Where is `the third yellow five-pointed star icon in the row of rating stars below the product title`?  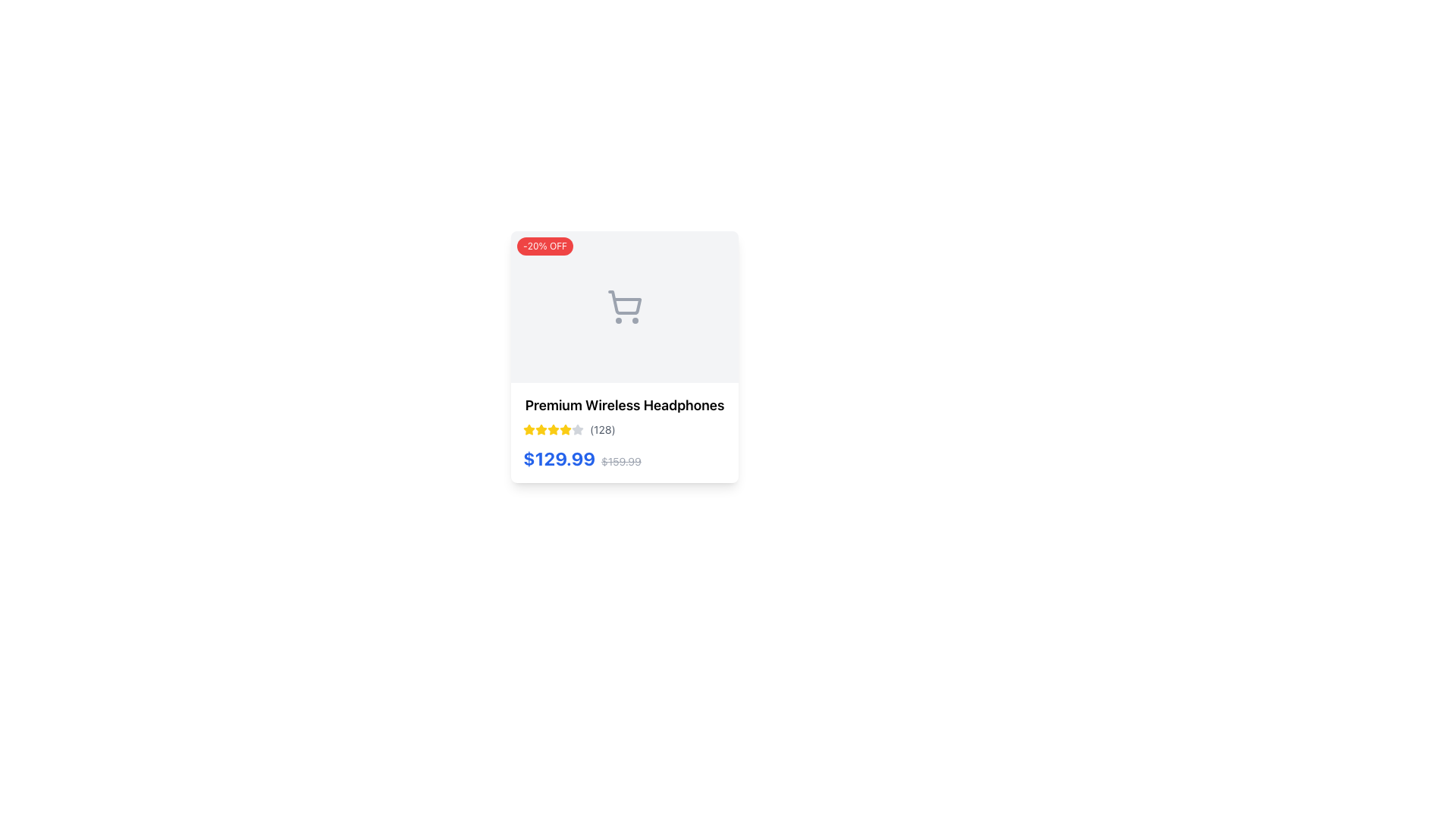
the third yellow five-pointed star icon in the row of rating stars below the product title is located at coordinates (564, 429).